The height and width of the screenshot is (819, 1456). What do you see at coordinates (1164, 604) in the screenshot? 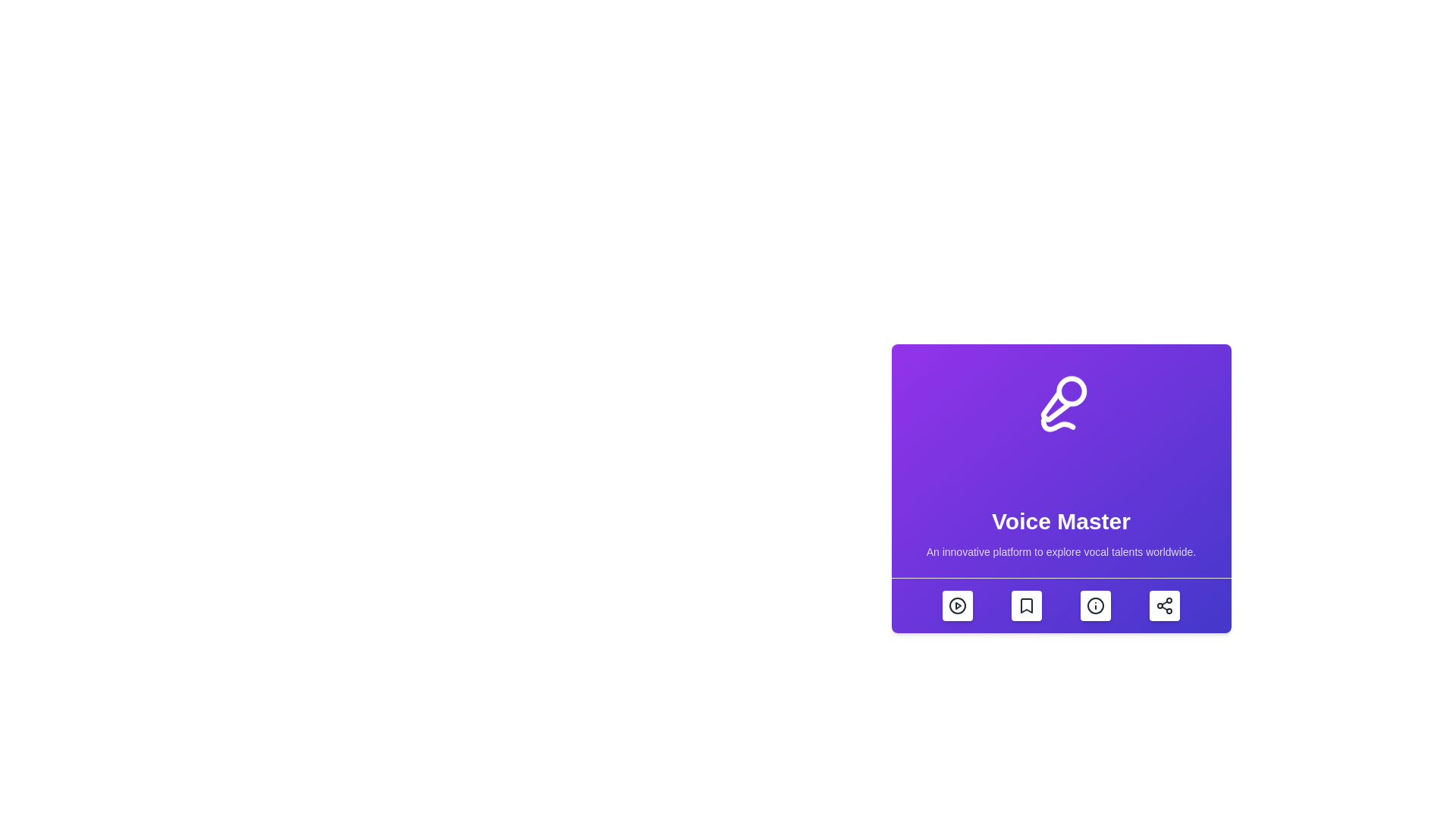
I see `the share icon button, which is styled with lines forming a share symbol and located at the bottom of the purple card section` at bounding box center [1164, 604].